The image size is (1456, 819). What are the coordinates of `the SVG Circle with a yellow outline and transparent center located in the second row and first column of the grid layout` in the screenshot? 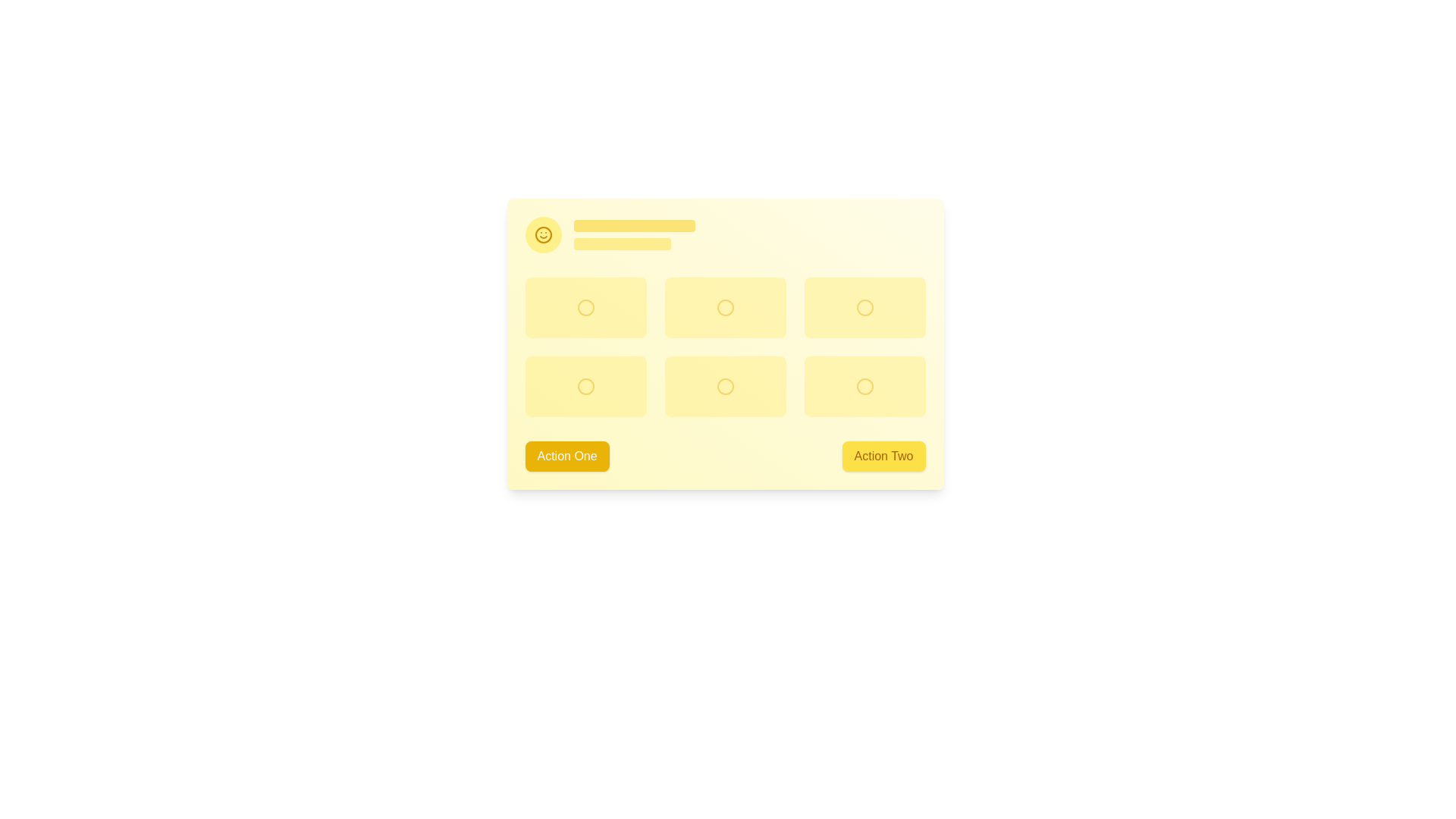 It's located at (585, 385).